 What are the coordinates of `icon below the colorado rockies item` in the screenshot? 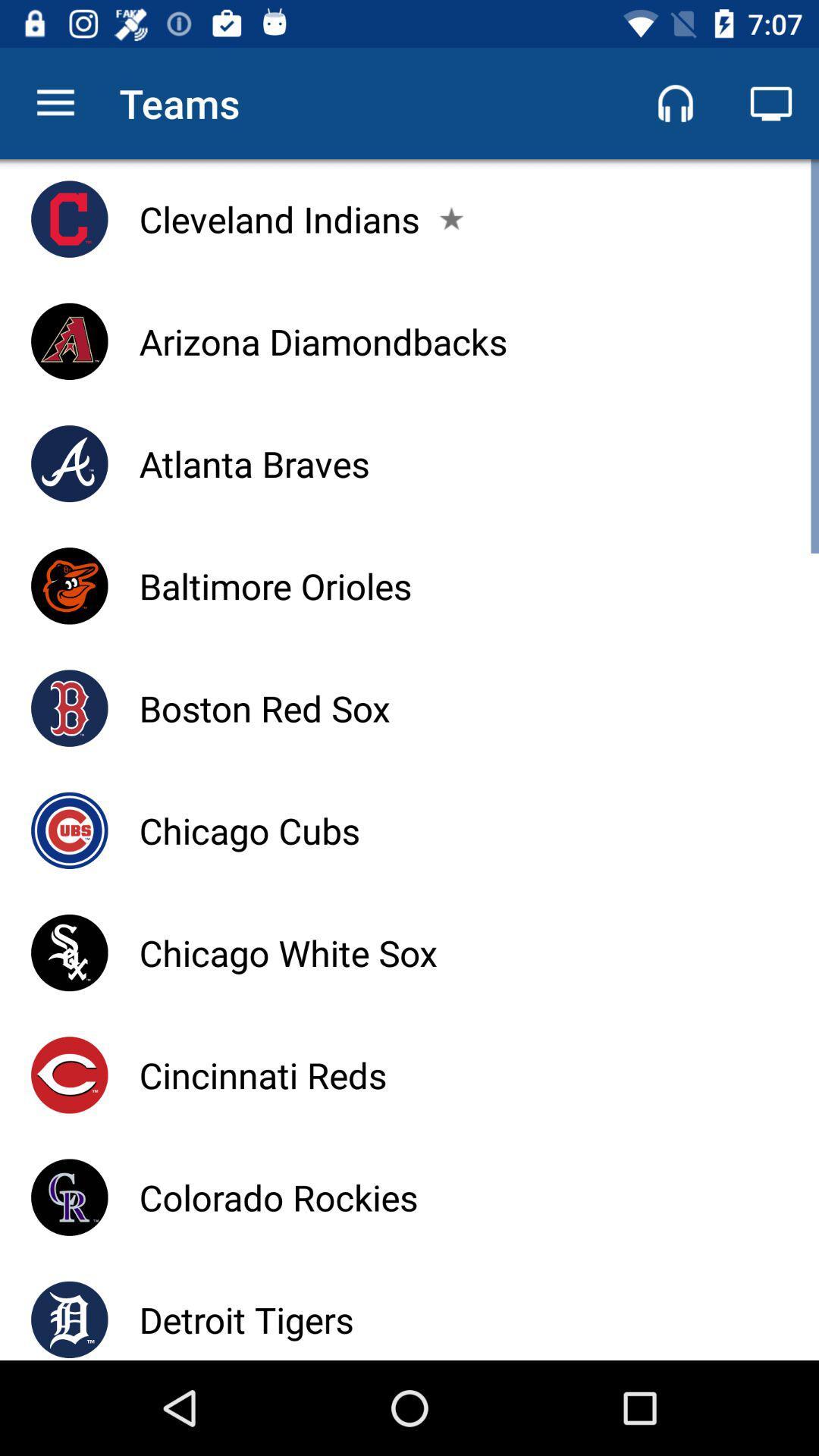 It's located at (246, 1319).